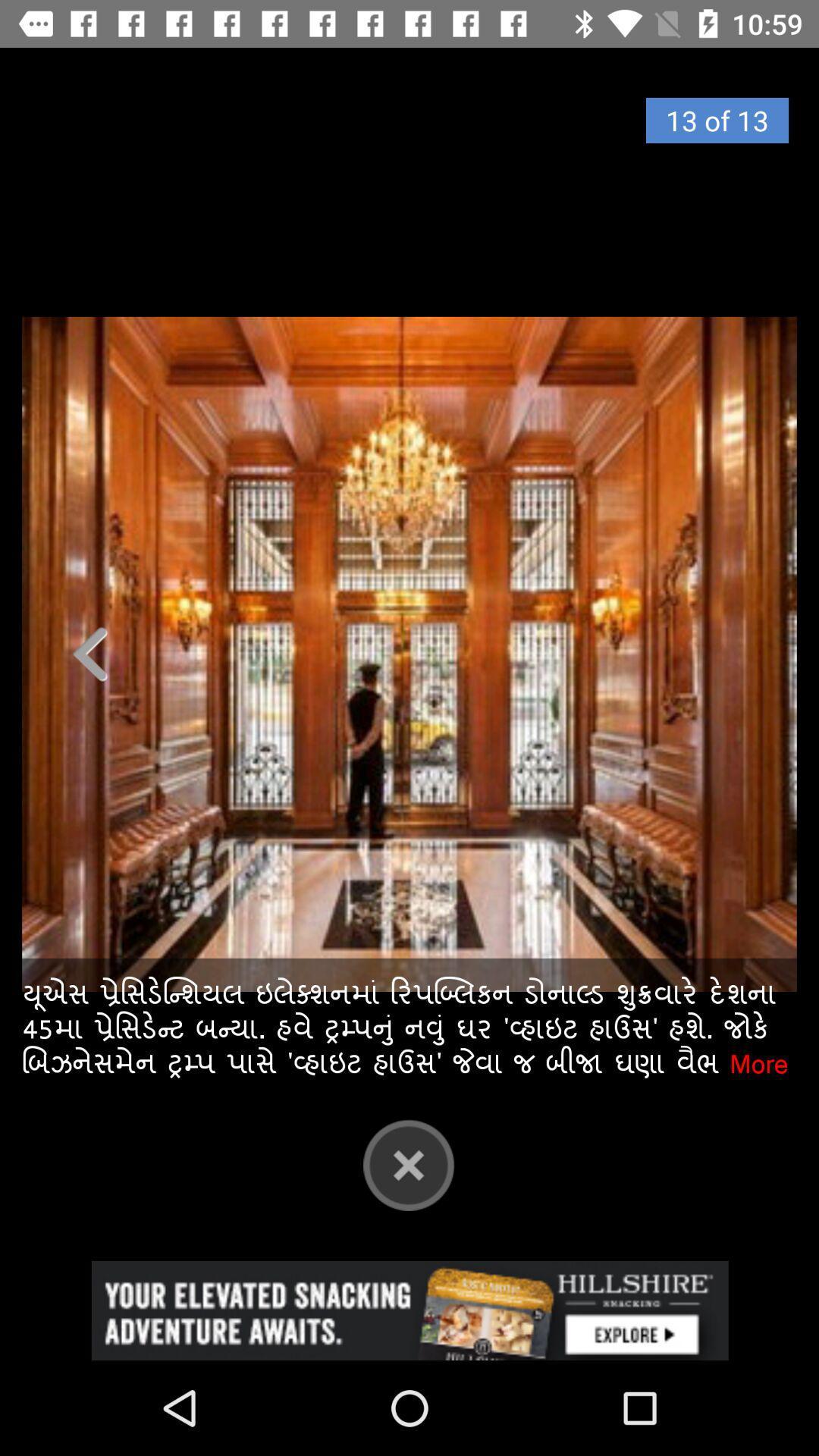 This screenshot has width=819, height=1456. I want to click on button, so click(408, 1164).